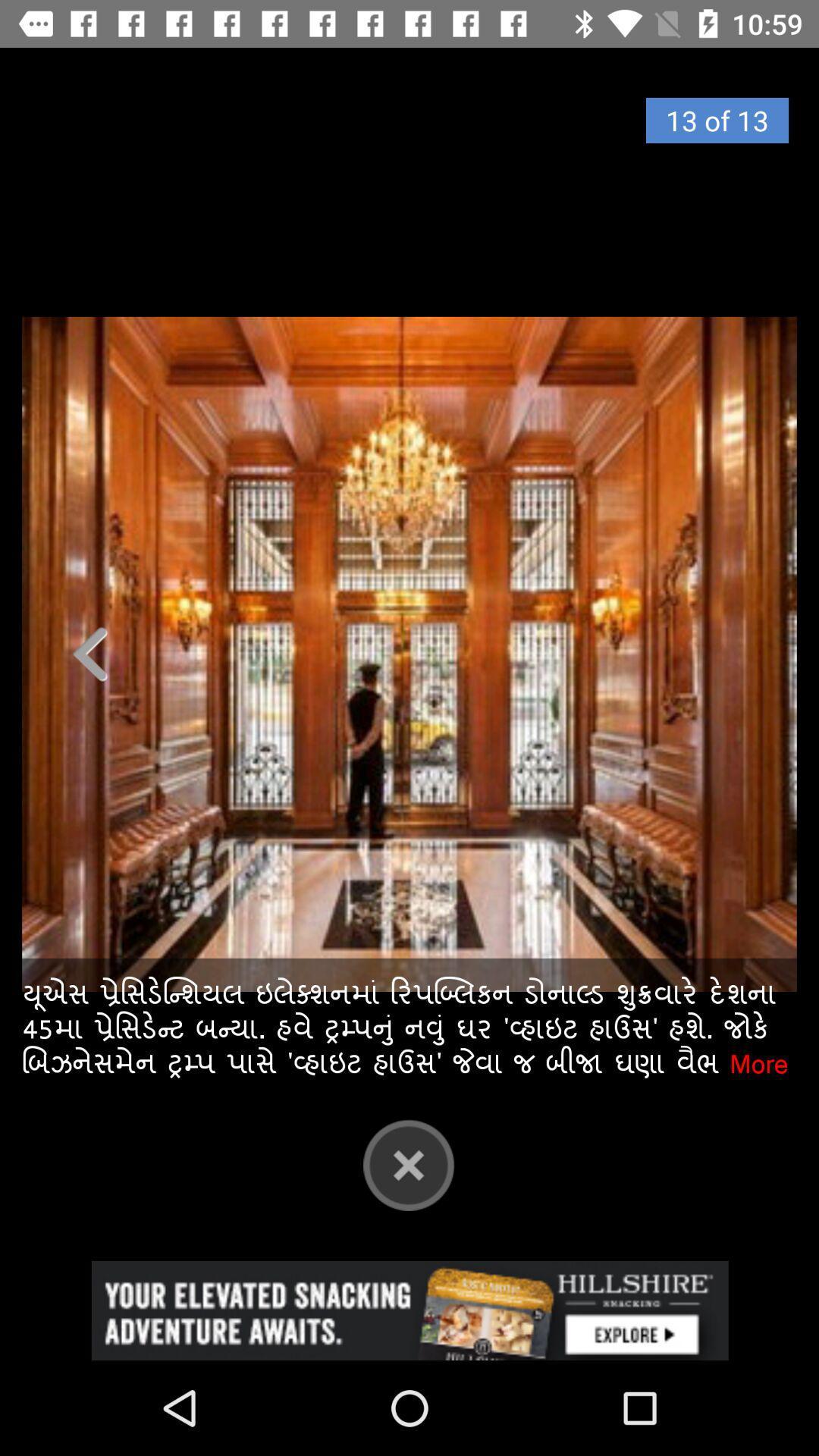 This screenshot has width=819, height=1456. I want to click on button, so click(408, 1164).